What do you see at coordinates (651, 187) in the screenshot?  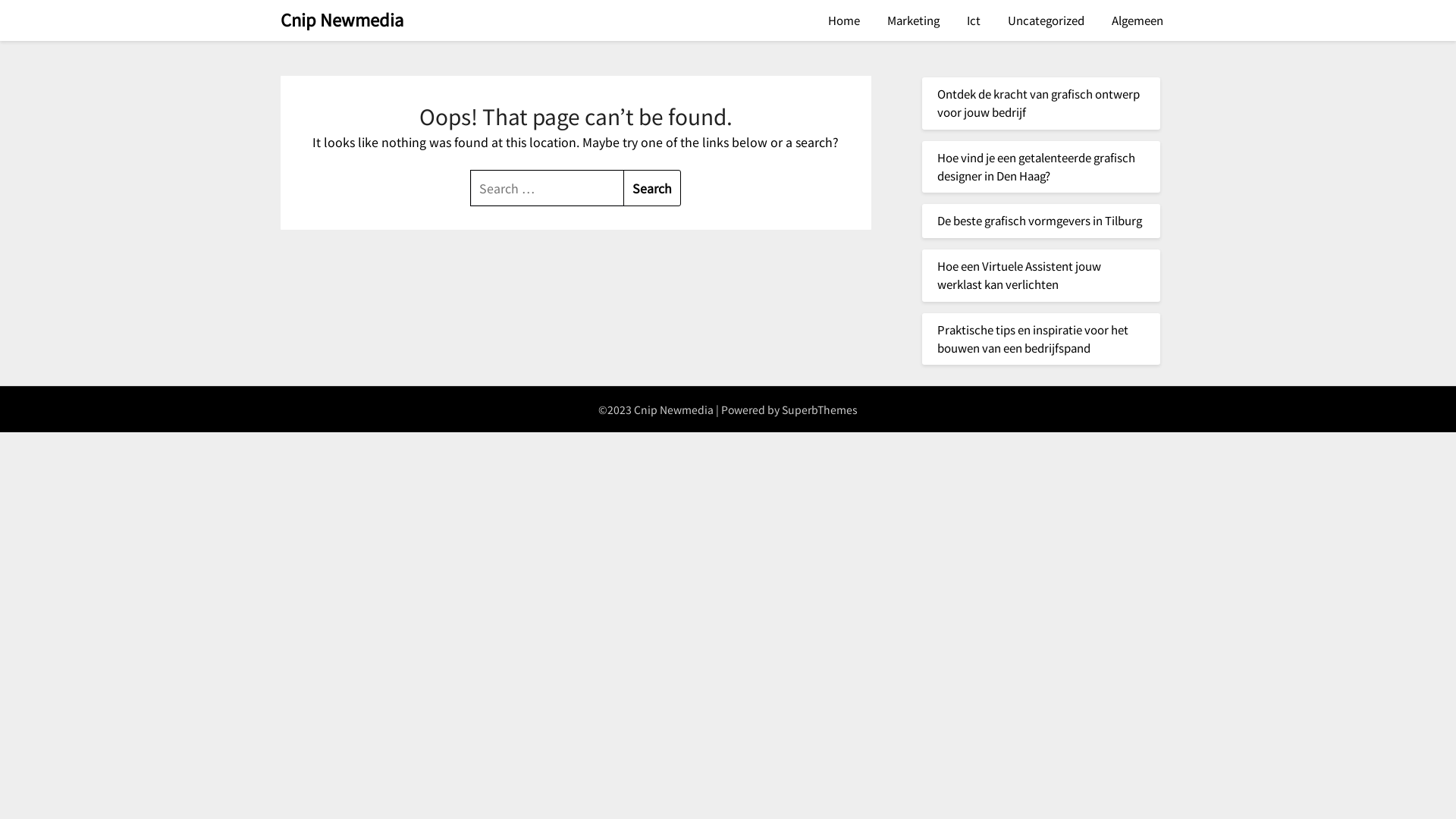 I see `'Search'` at bounding box center [651, 187].